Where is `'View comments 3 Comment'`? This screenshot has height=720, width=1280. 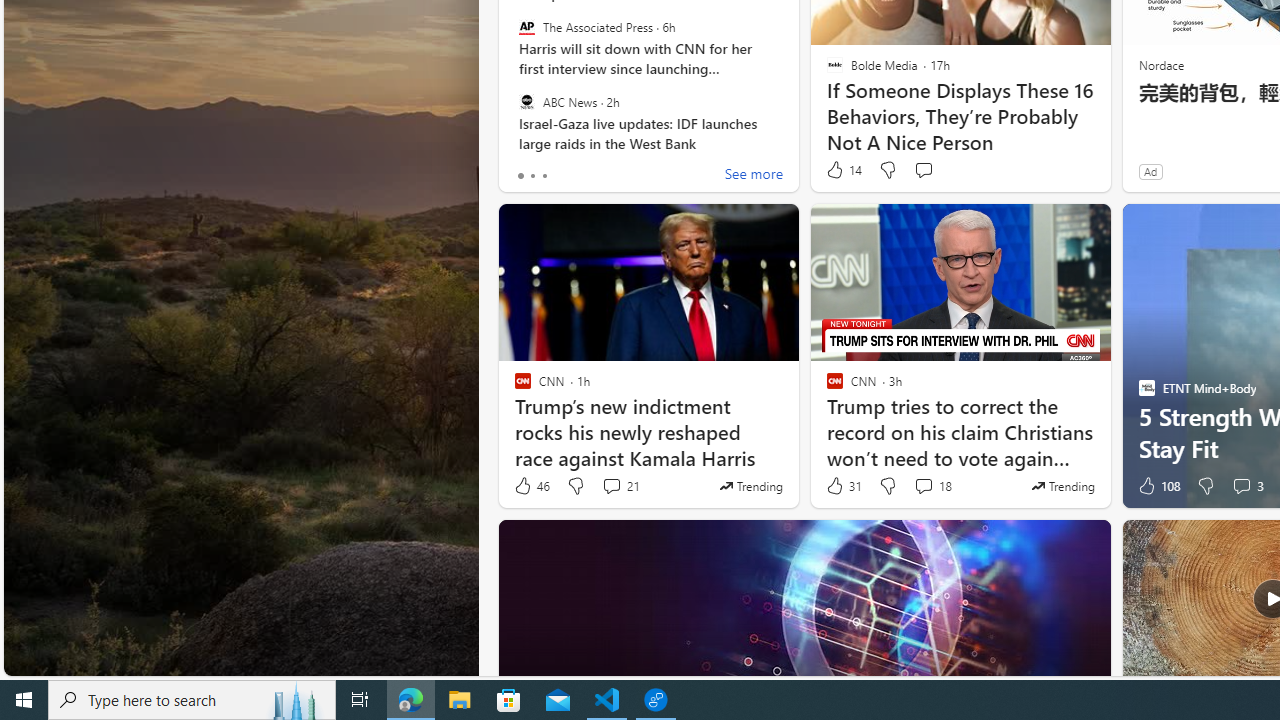 'View comments 3 Comment' is located at coordinates (1240, 486).